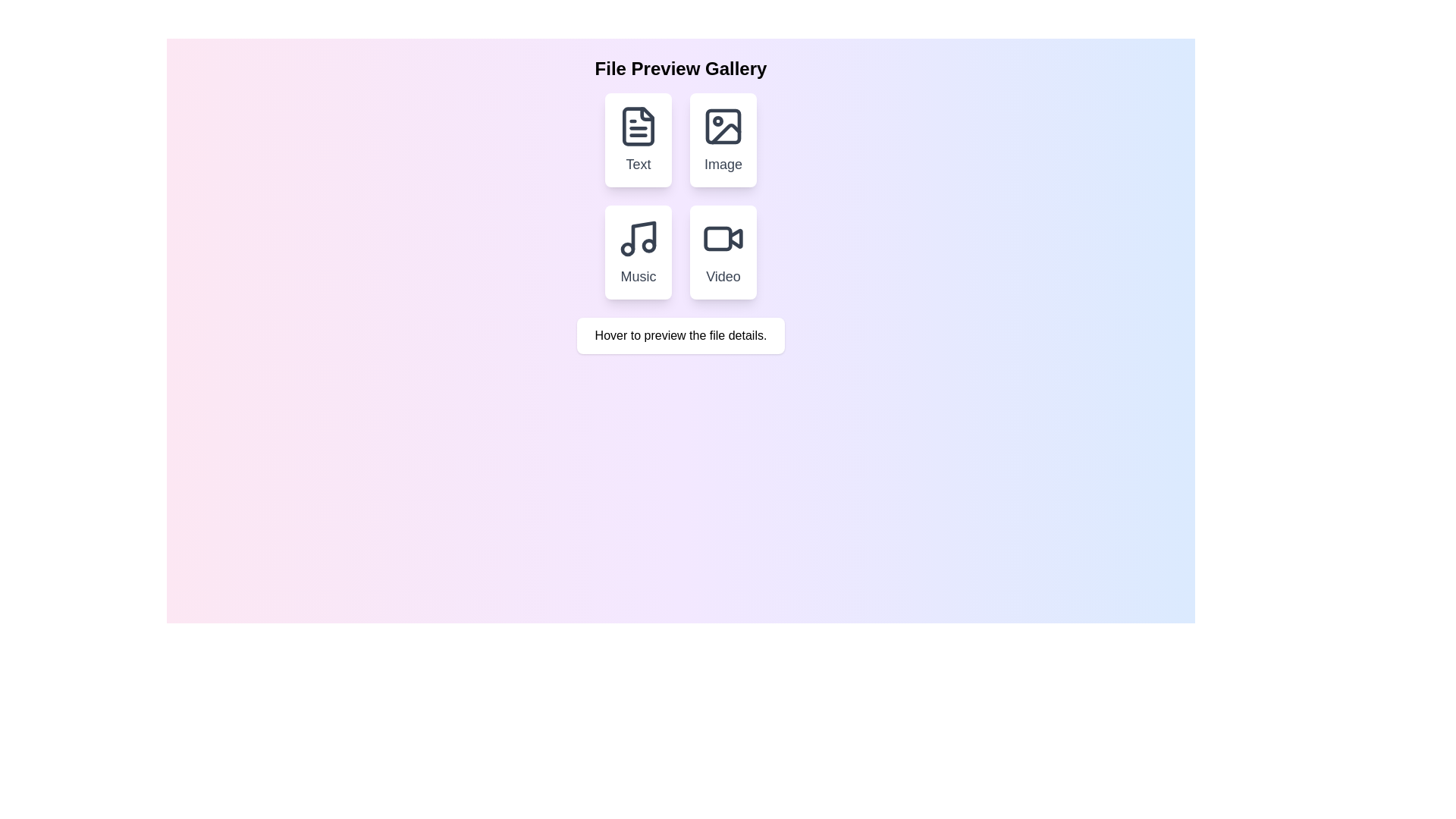 This screenshot has height=819, width=1456. Describe the element at coordinates (723, 251) in the screenshot. I see `the fourth selectable card with a camera-like video icon and the text label 'Video', located in the bottom right of the grid layout` at that location.